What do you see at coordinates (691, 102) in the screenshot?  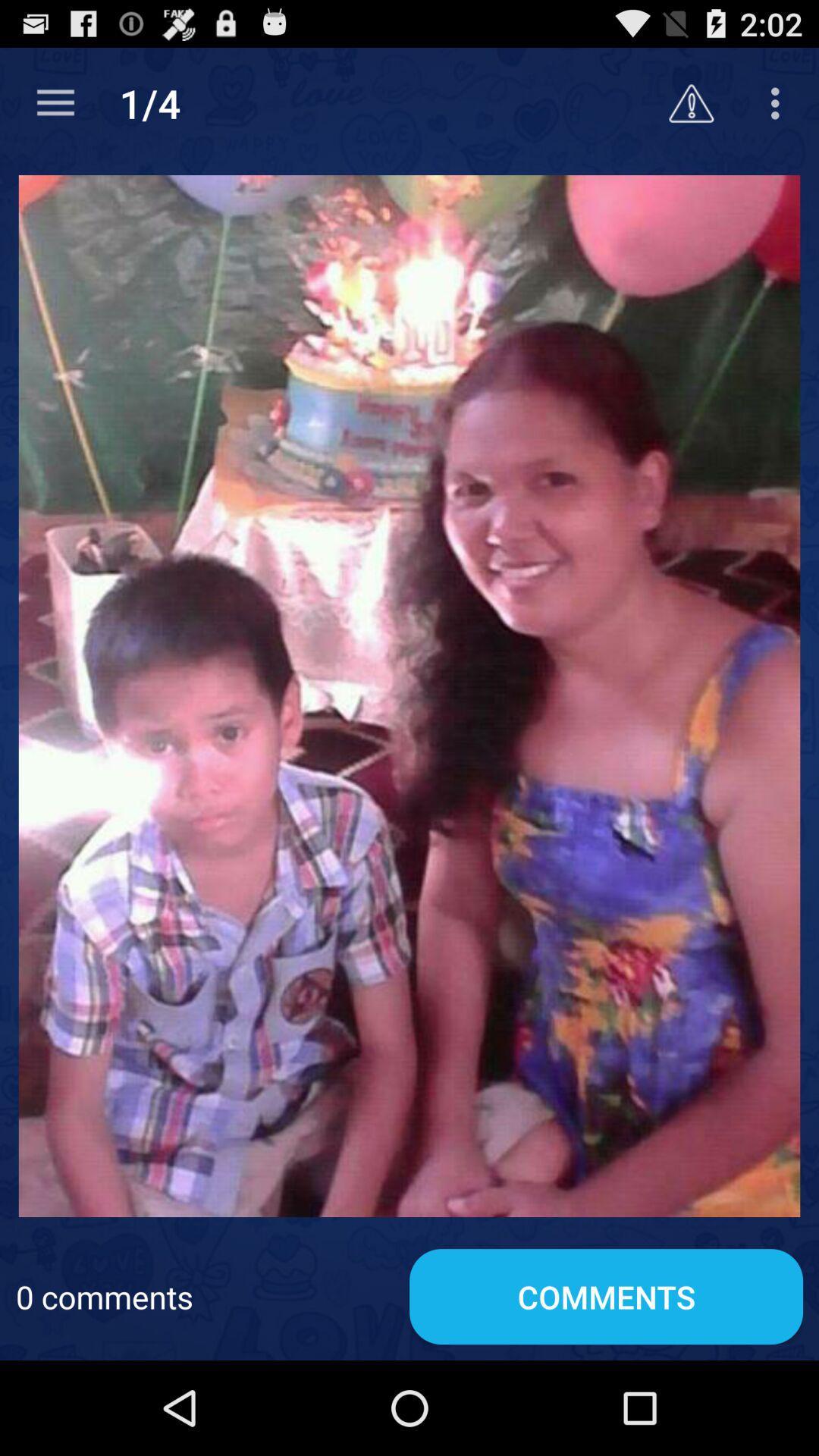 I see `the app to the right of the 1/4 icon` at bounding box center [691, 102].